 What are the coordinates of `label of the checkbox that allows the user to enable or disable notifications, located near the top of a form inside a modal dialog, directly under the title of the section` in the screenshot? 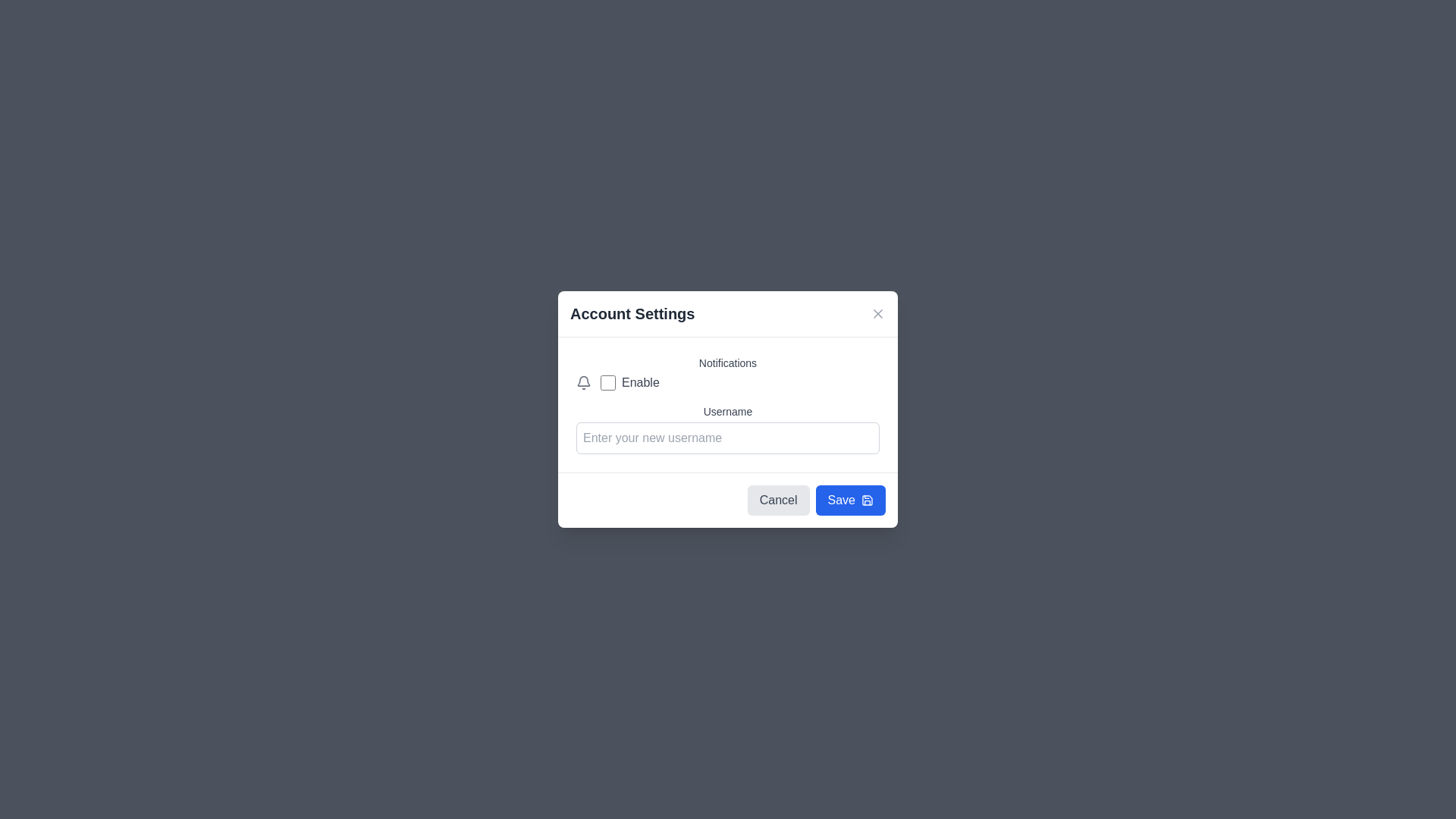 It's located at (728, 374).